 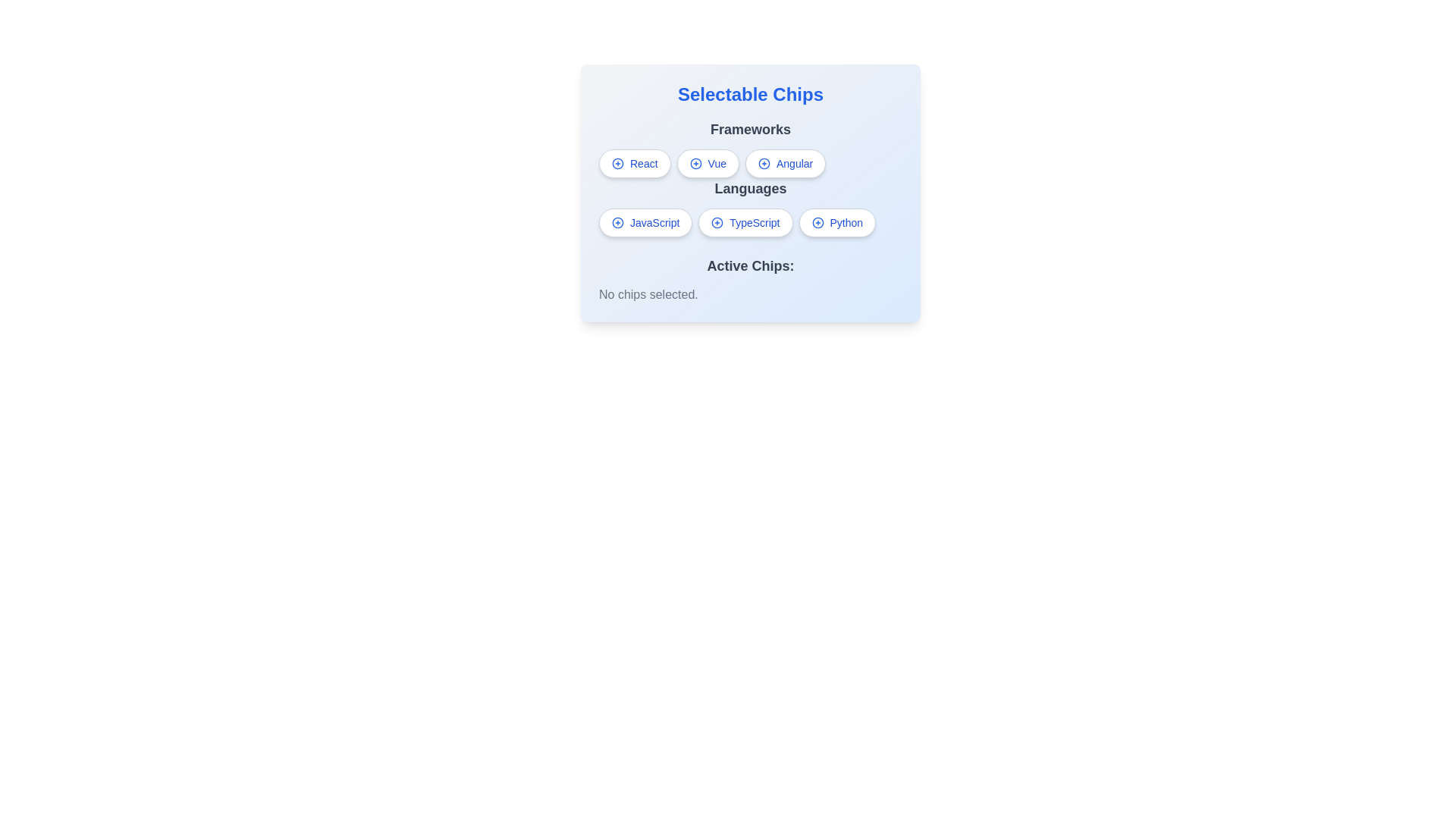 What do you see at coordinates (635, 164) in the screenshot?
I see `the first button-like chip in the 'Frameworks' section to observe any hover effect` at bounding box center [635, 164].